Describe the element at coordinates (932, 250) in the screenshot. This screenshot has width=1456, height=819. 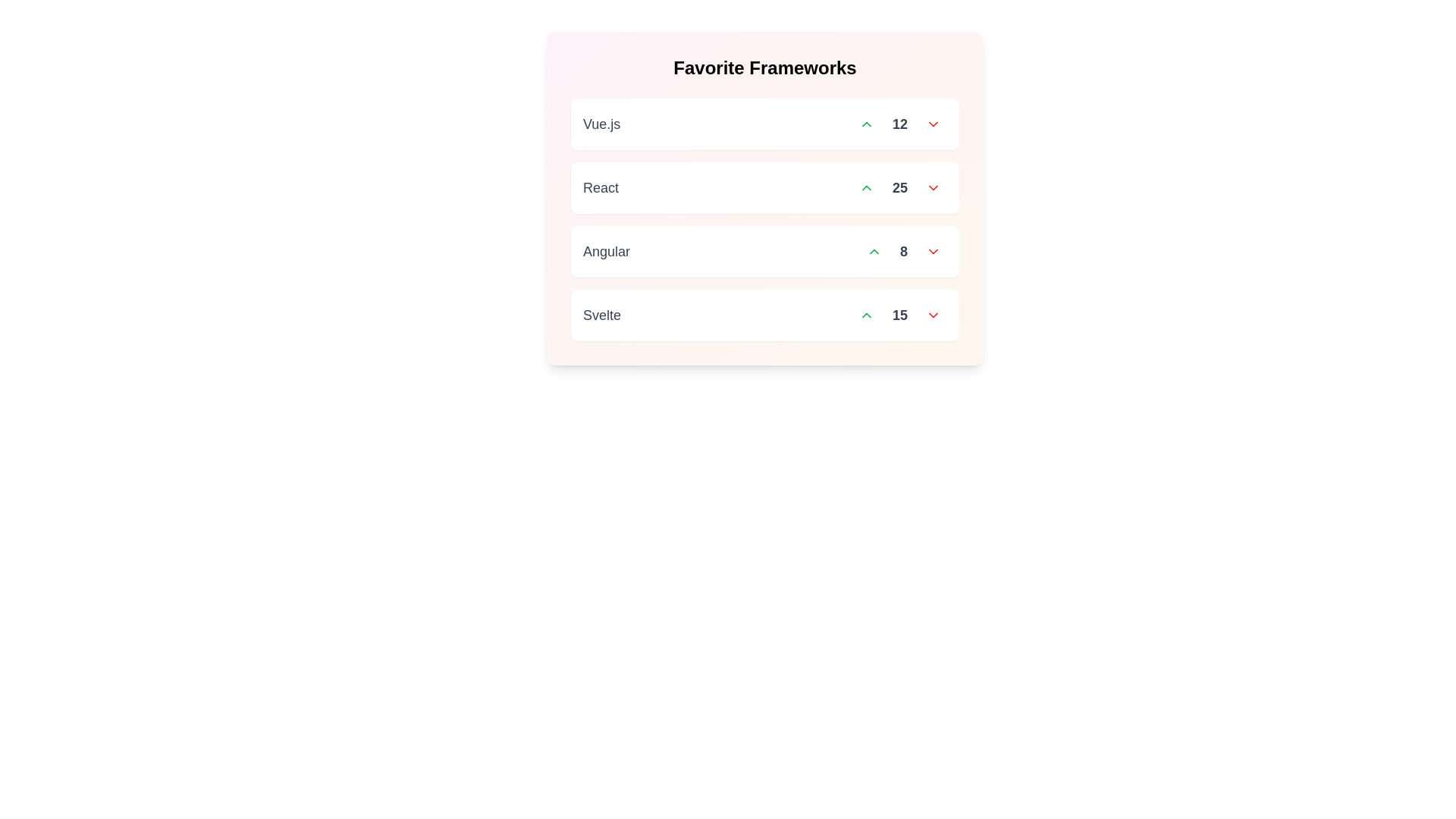
I see `downvote button for the item Angular to decrease its vote count` at that location.